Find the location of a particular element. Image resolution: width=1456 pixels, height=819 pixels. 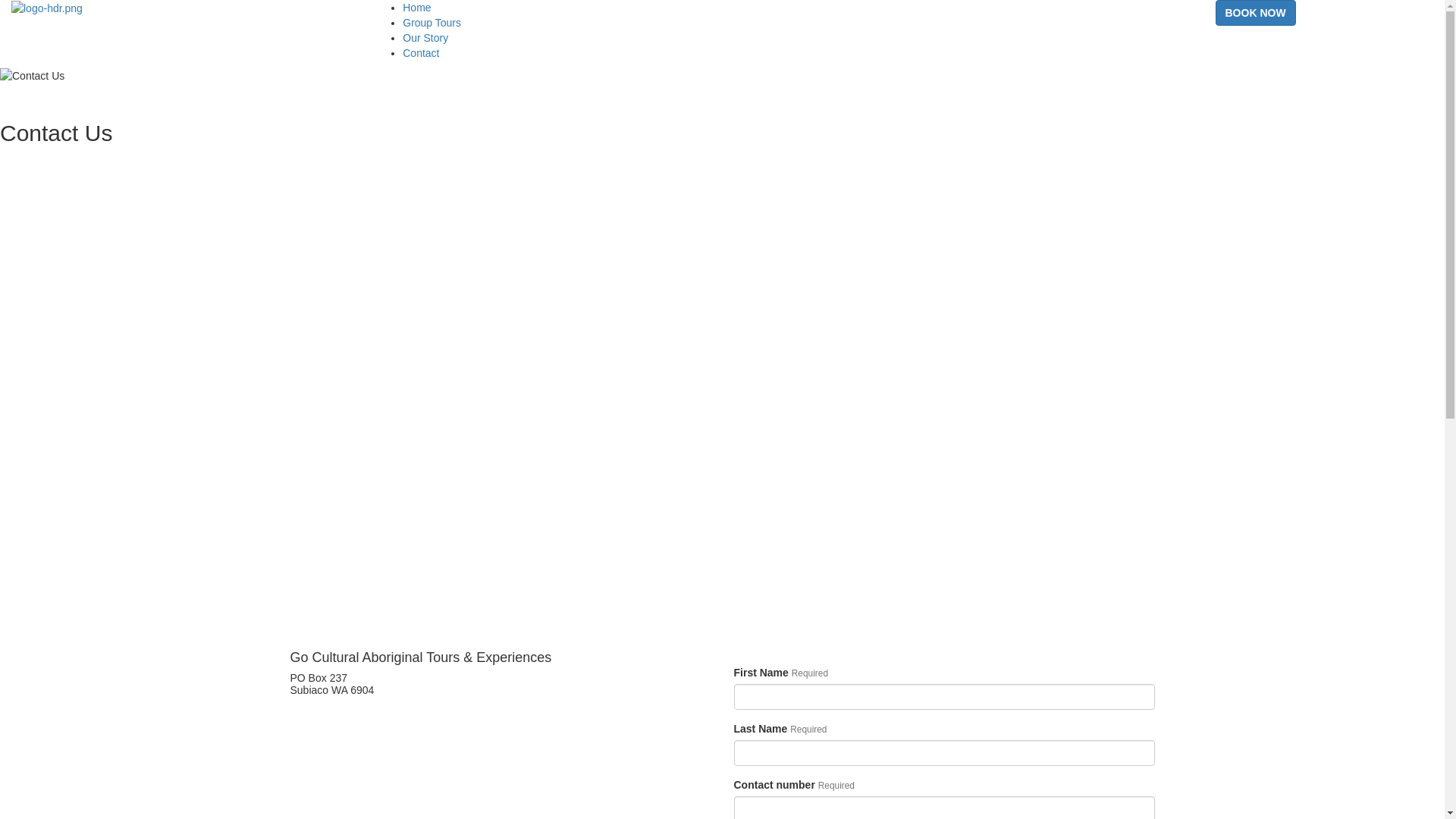

'Group Tours' is located at coordinates (431, 23).